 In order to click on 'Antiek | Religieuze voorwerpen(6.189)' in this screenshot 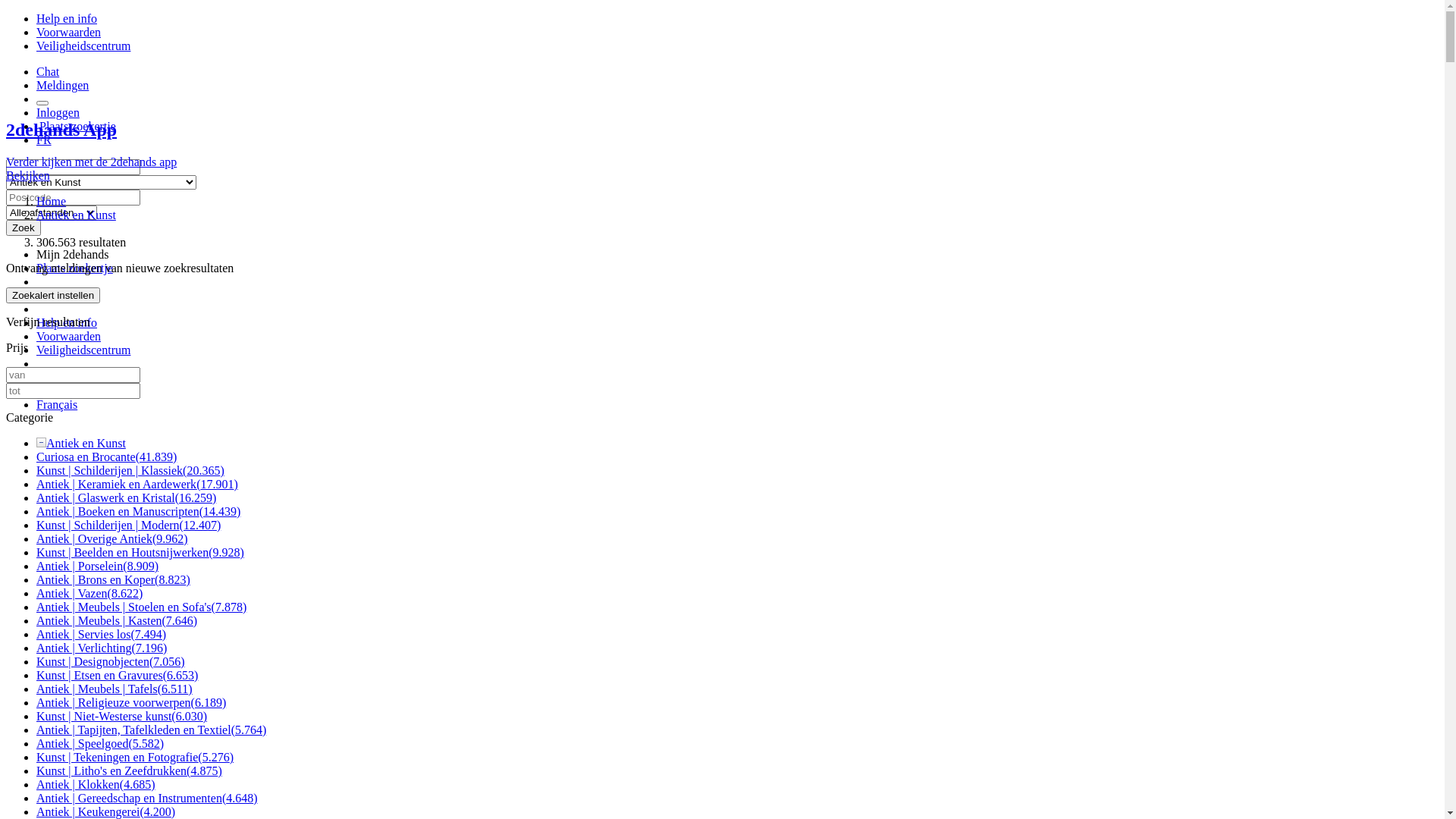, I will do `click(130, 702)`.